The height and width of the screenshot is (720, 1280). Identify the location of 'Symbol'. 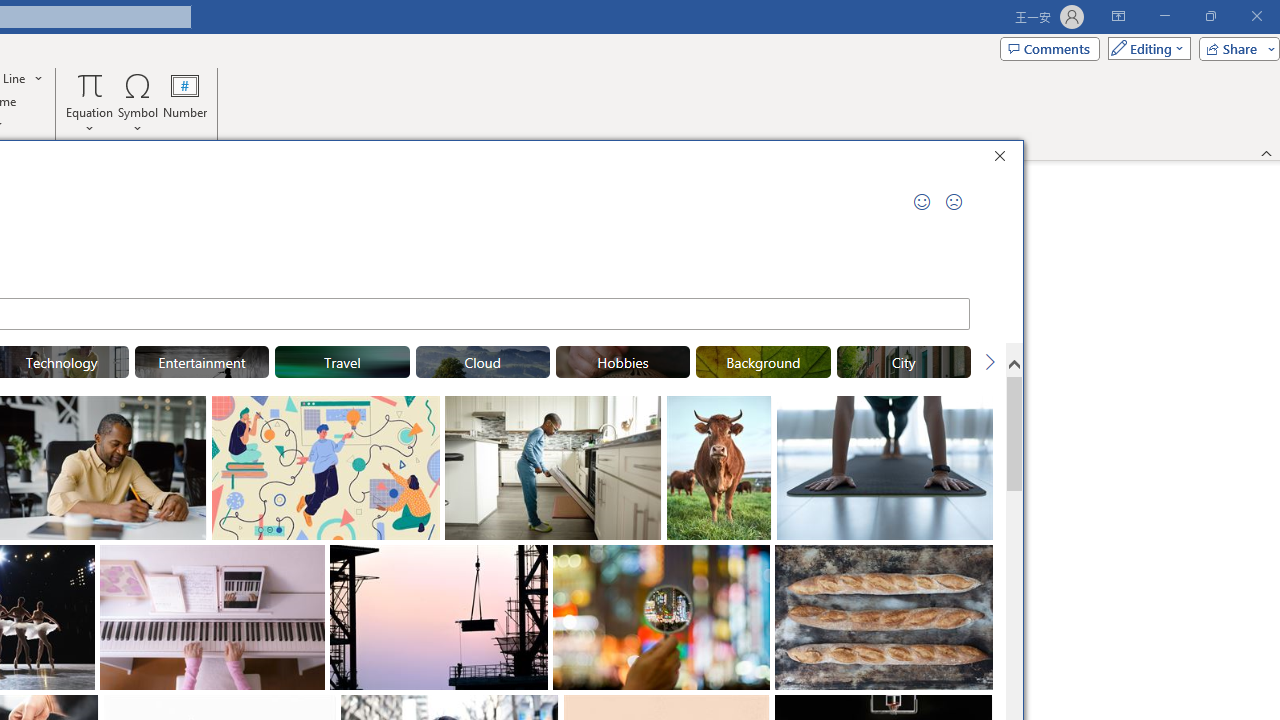
(137, 103).